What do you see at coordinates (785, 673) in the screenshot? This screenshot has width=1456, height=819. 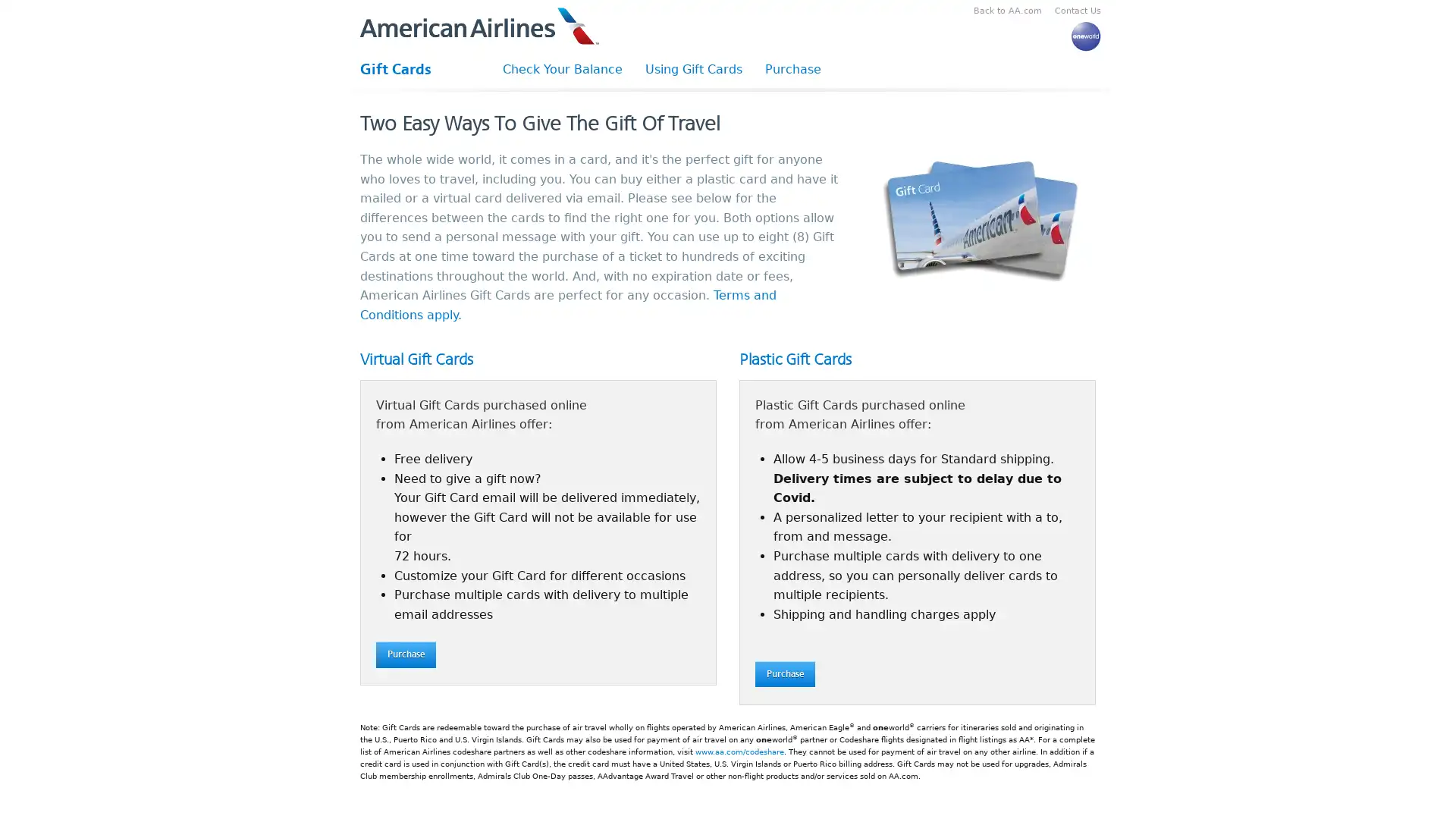 I see `Purchase` at bounding box center [785, 673].